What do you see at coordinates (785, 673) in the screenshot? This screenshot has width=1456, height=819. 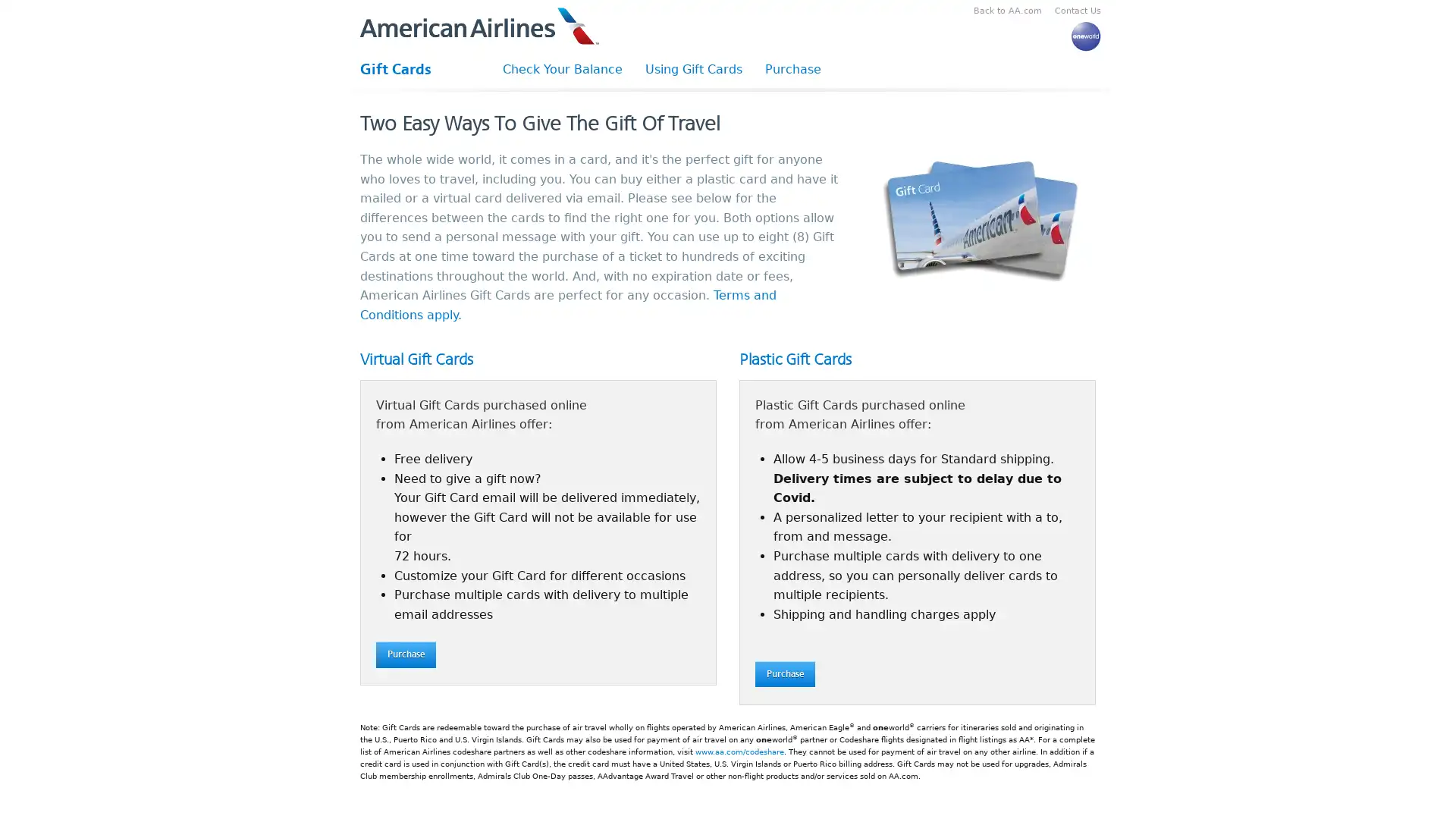 I see `Purchase` at bounding box center [785, 673].